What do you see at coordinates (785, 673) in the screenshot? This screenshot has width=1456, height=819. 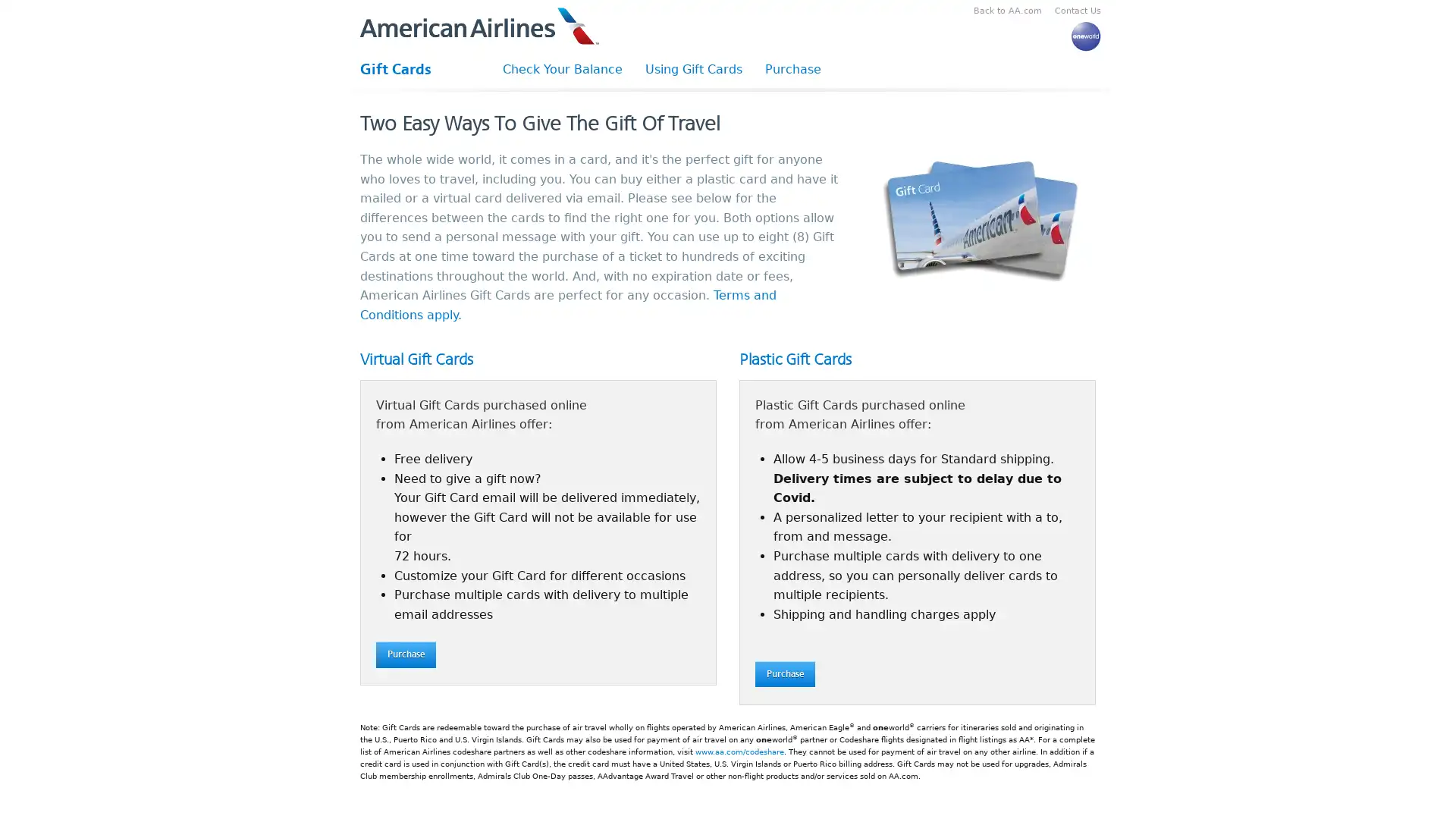 I see `Purchase` at bounding box center [785, 673].